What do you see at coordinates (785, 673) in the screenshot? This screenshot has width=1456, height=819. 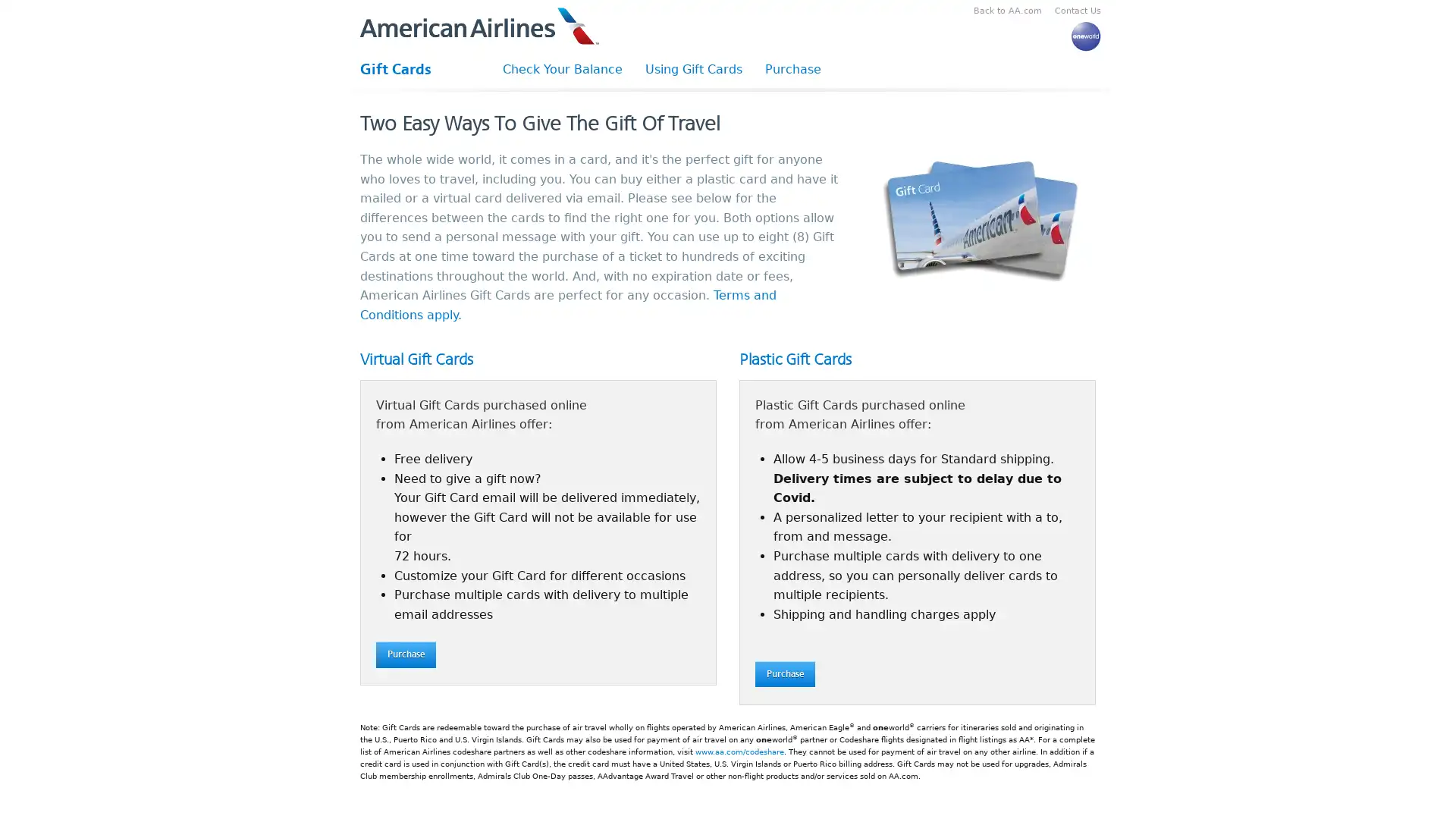 I see `Purchase` at bounding box center [785, 673].